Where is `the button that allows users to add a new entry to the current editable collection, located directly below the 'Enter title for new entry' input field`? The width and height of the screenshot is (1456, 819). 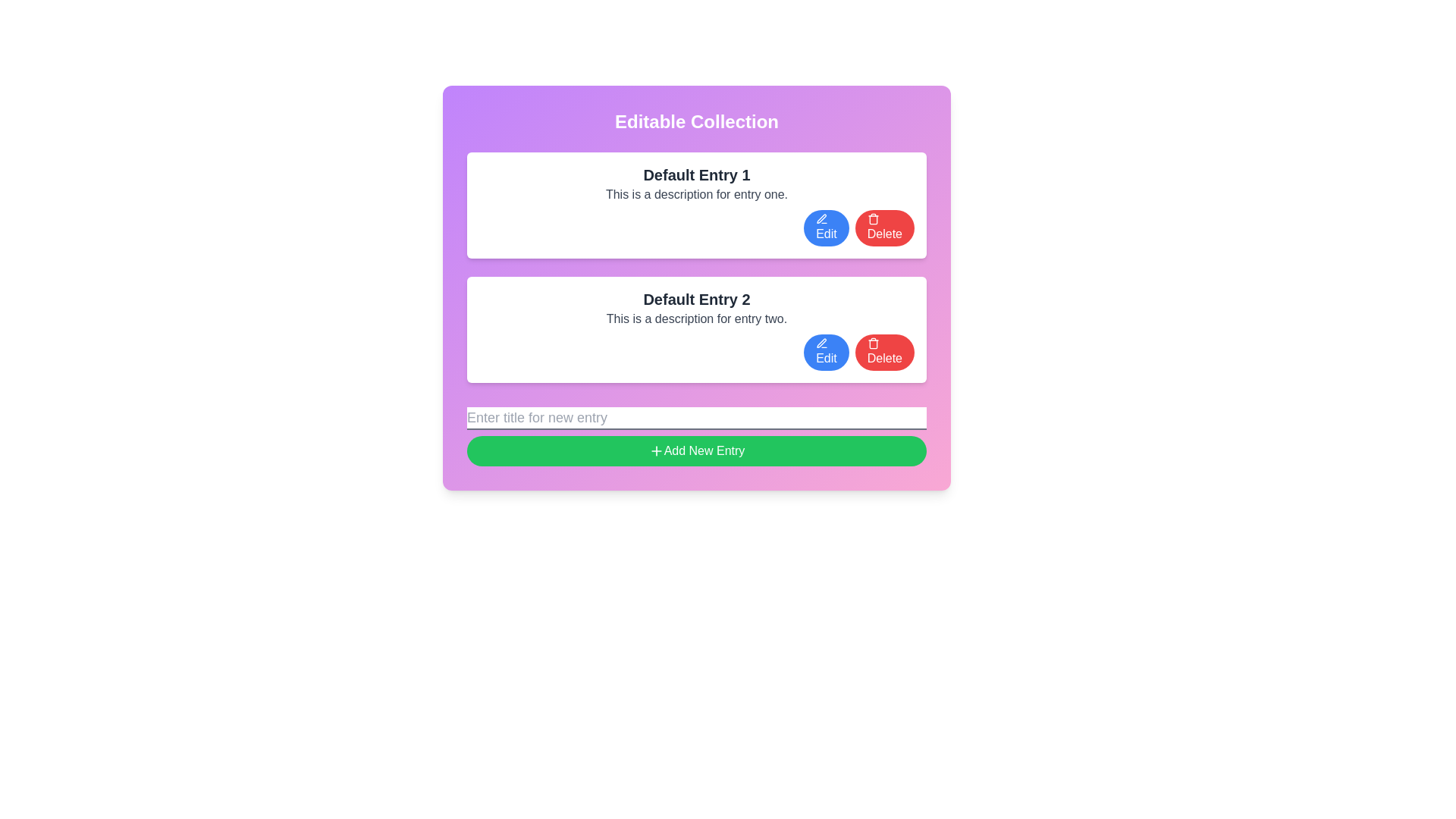
the button that allows users to add a new entry to the current editable collection, located directly below the 'Enter title for new entry' input field is located at coordinates (695, 450).